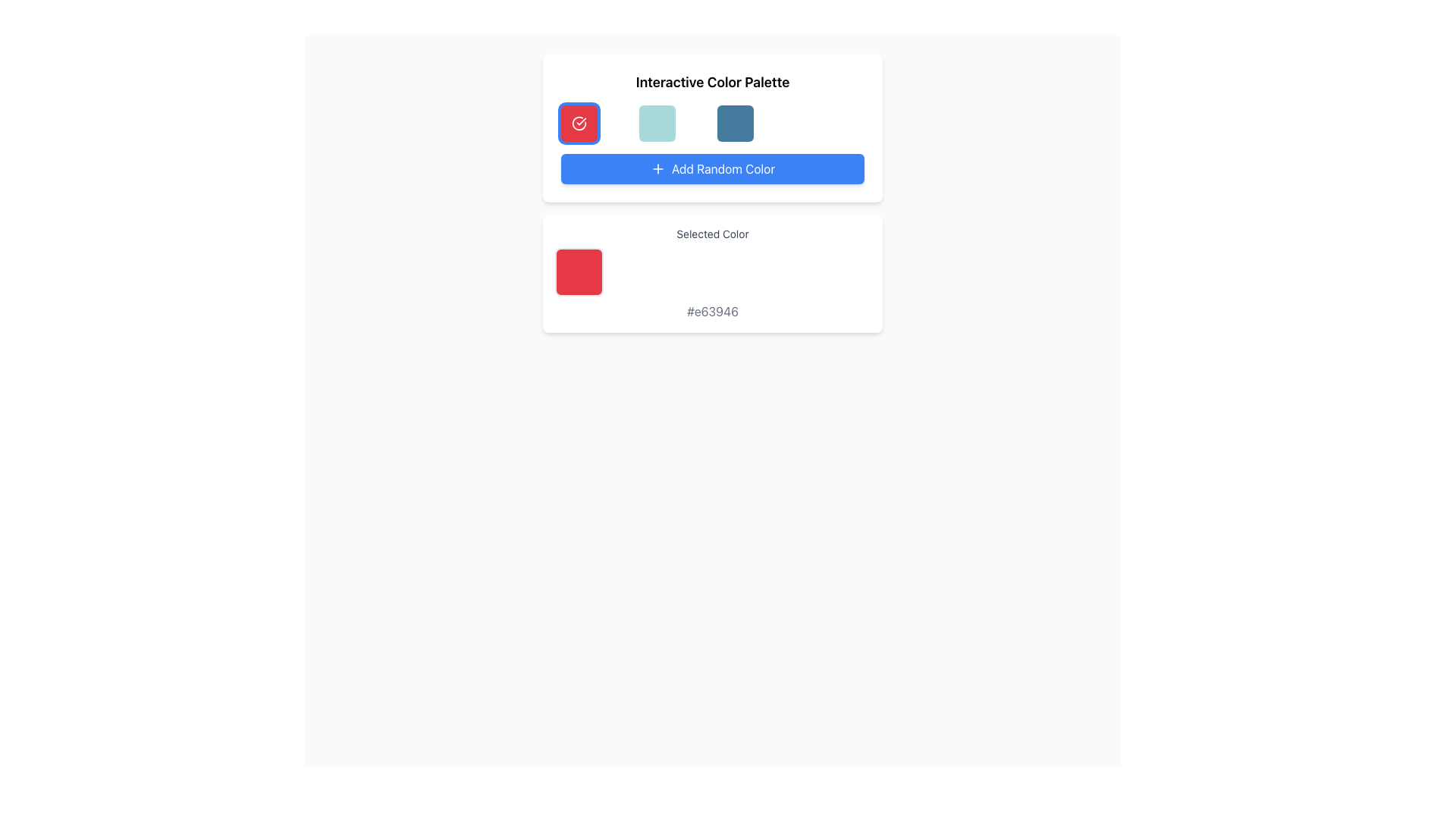 The image size is (1456, 819). What do you see at coordinates (735, 122) in the screenshot?
I see `the fourth color selection button in the Interactive Color Palette` at bounding box center [735, 122].